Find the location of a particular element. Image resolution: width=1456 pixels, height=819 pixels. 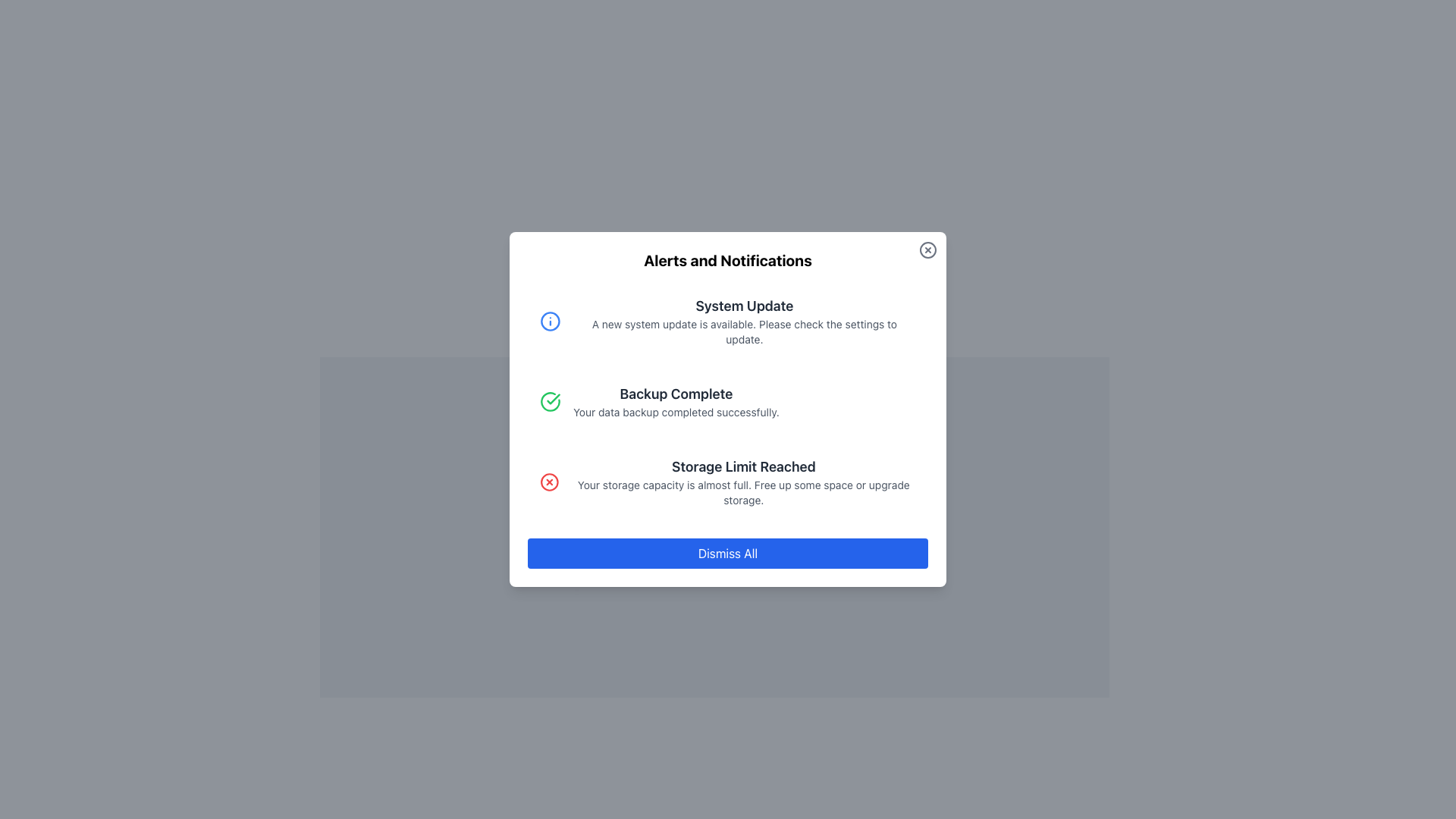

the circular close button located at the top-right corner of the notification modal, which features a cross inside a bordered circle is located at coordinates (927, 249).